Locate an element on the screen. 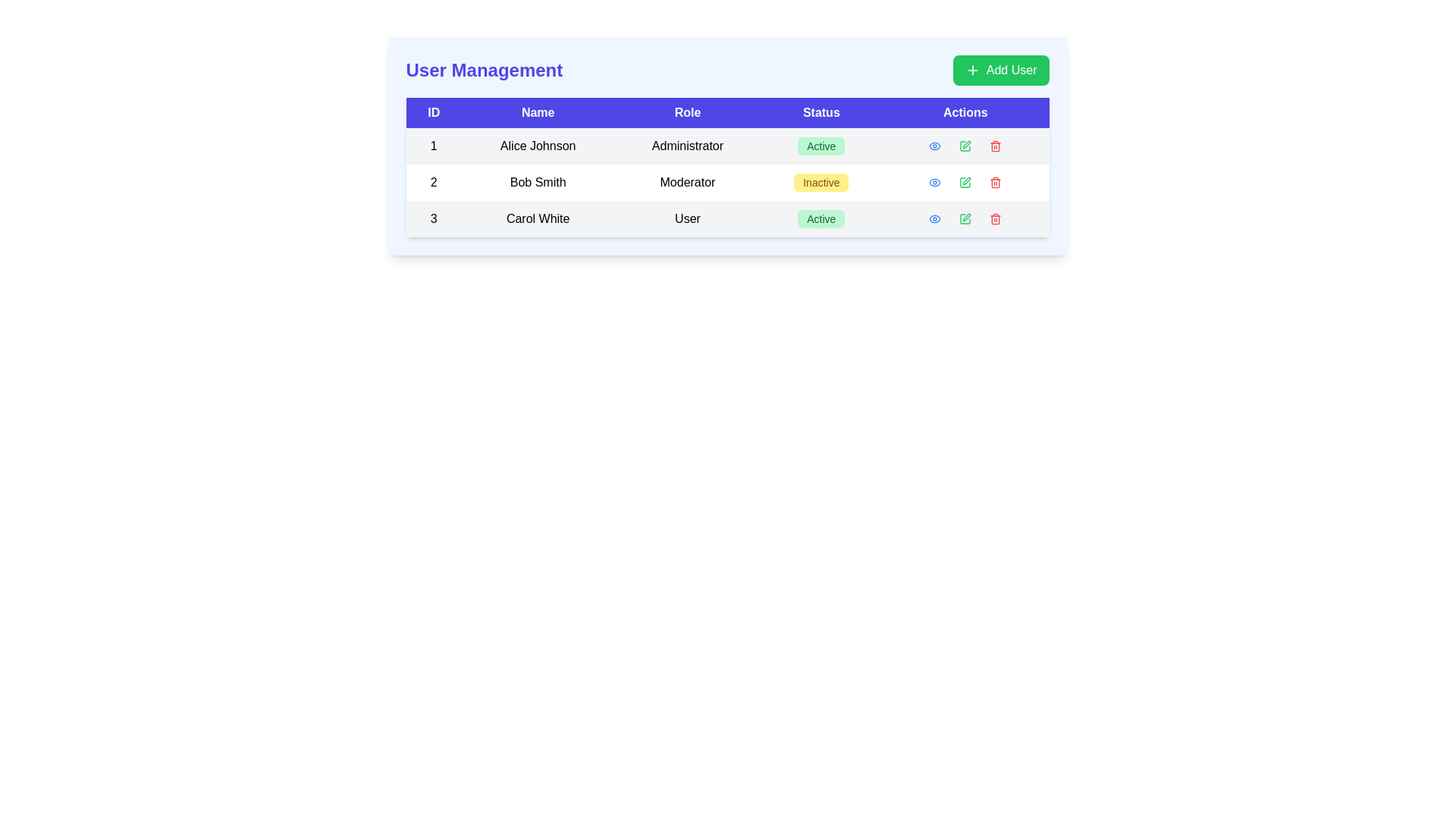 The image size is (1456, 819). the blue eye icon button located in the Actions column of the first row of the user management table is located at coordinates (934, 146).